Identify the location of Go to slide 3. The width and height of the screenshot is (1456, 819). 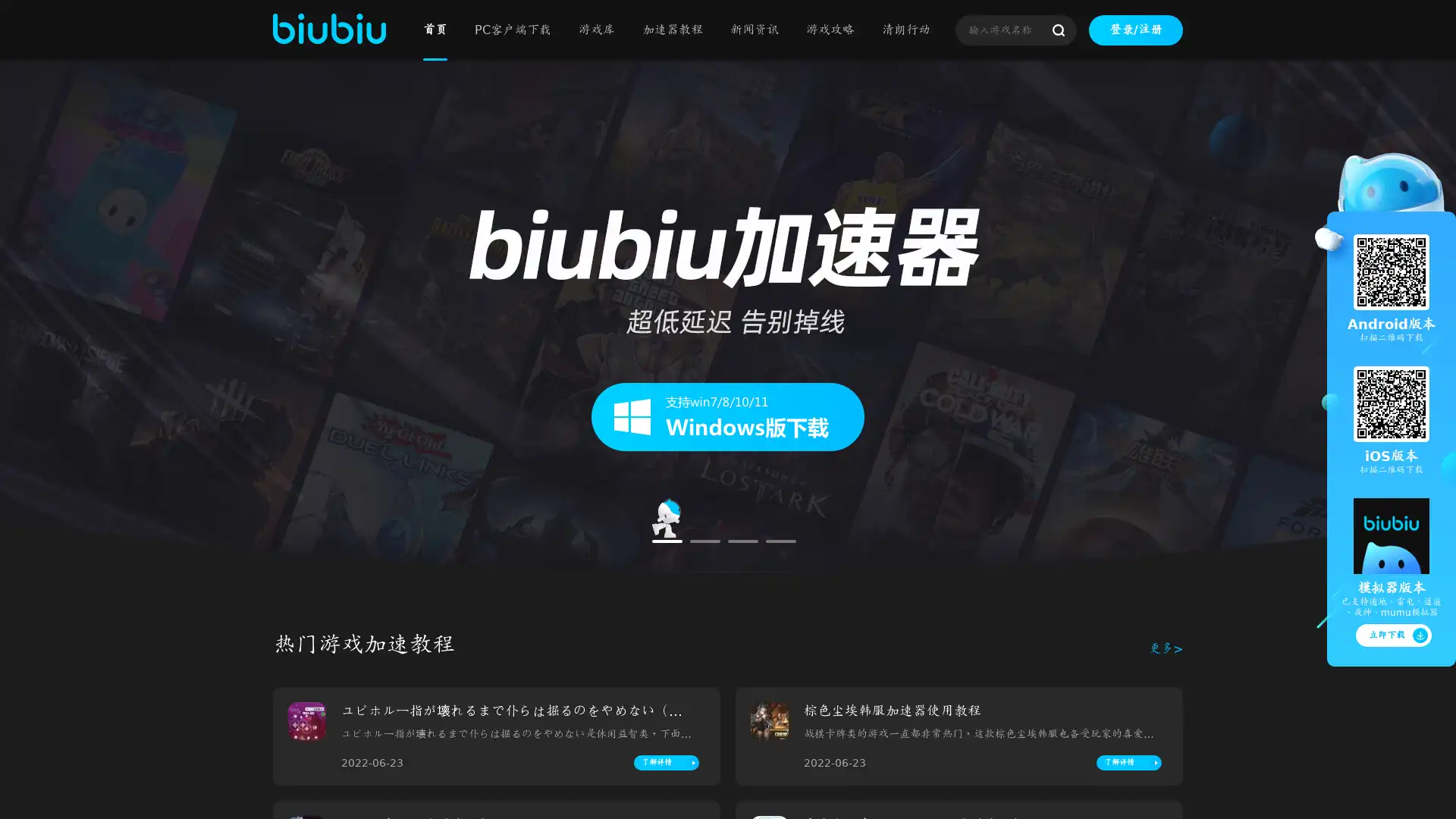
(742, 516).